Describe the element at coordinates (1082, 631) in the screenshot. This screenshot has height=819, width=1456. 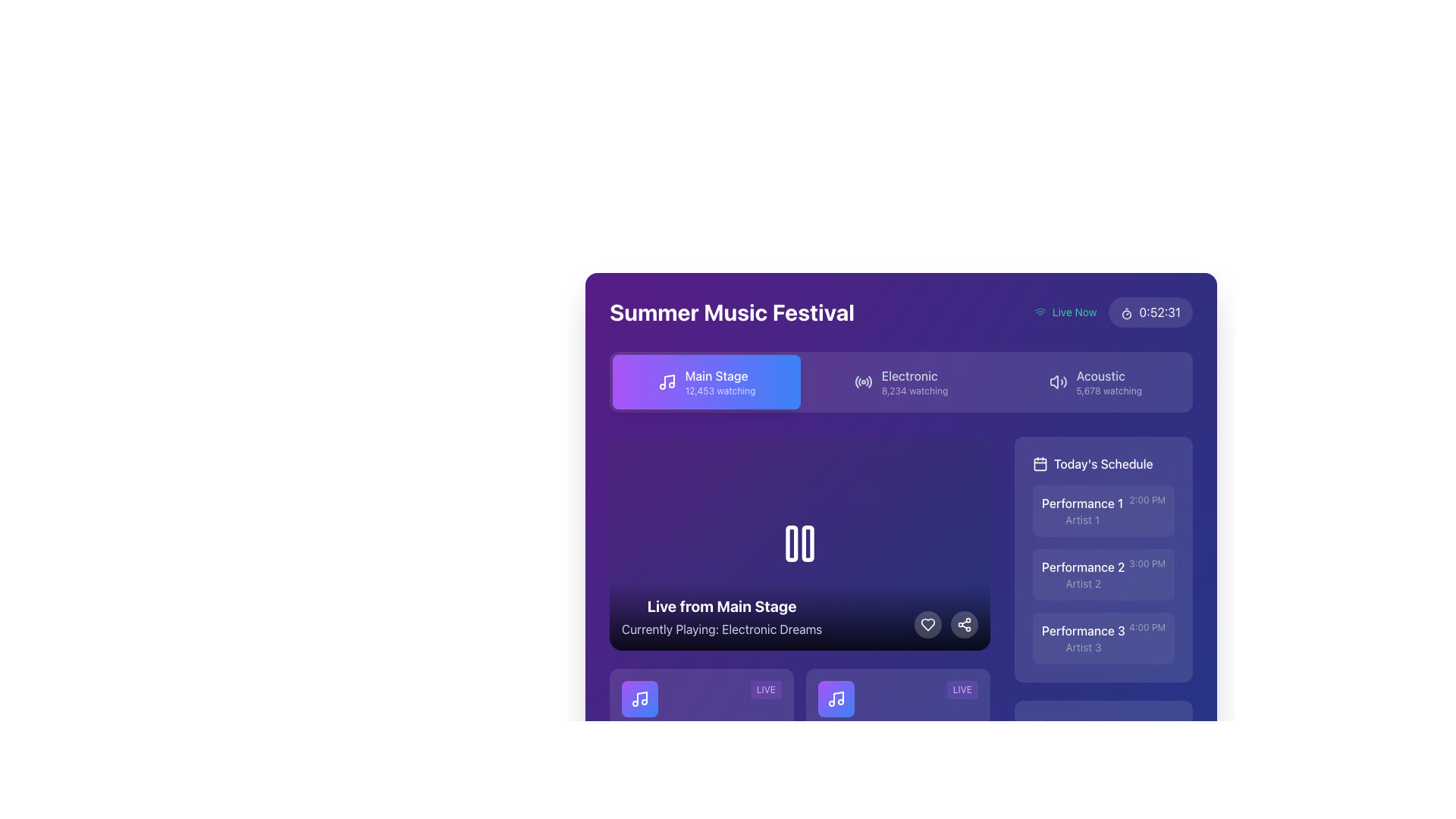
I see `the text label representing the name of a scheduled performance located in the lower-right section of the 'Today's Schedule' panel, positioned above 'Artist 3'` at that location.